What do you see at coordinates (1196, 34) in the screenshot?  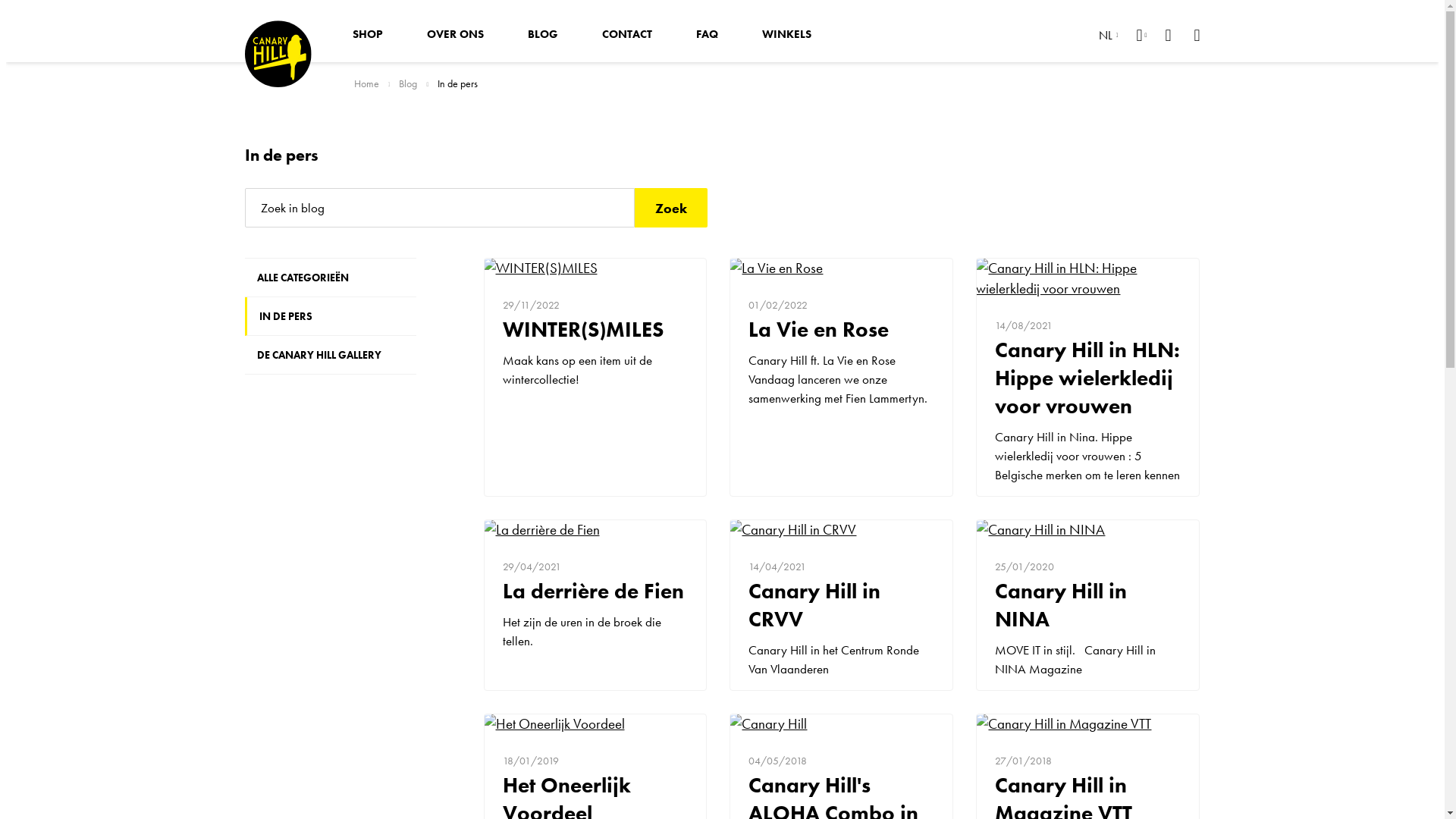 I see `'Winkelwagen'` at bounding box center [1196, 34].